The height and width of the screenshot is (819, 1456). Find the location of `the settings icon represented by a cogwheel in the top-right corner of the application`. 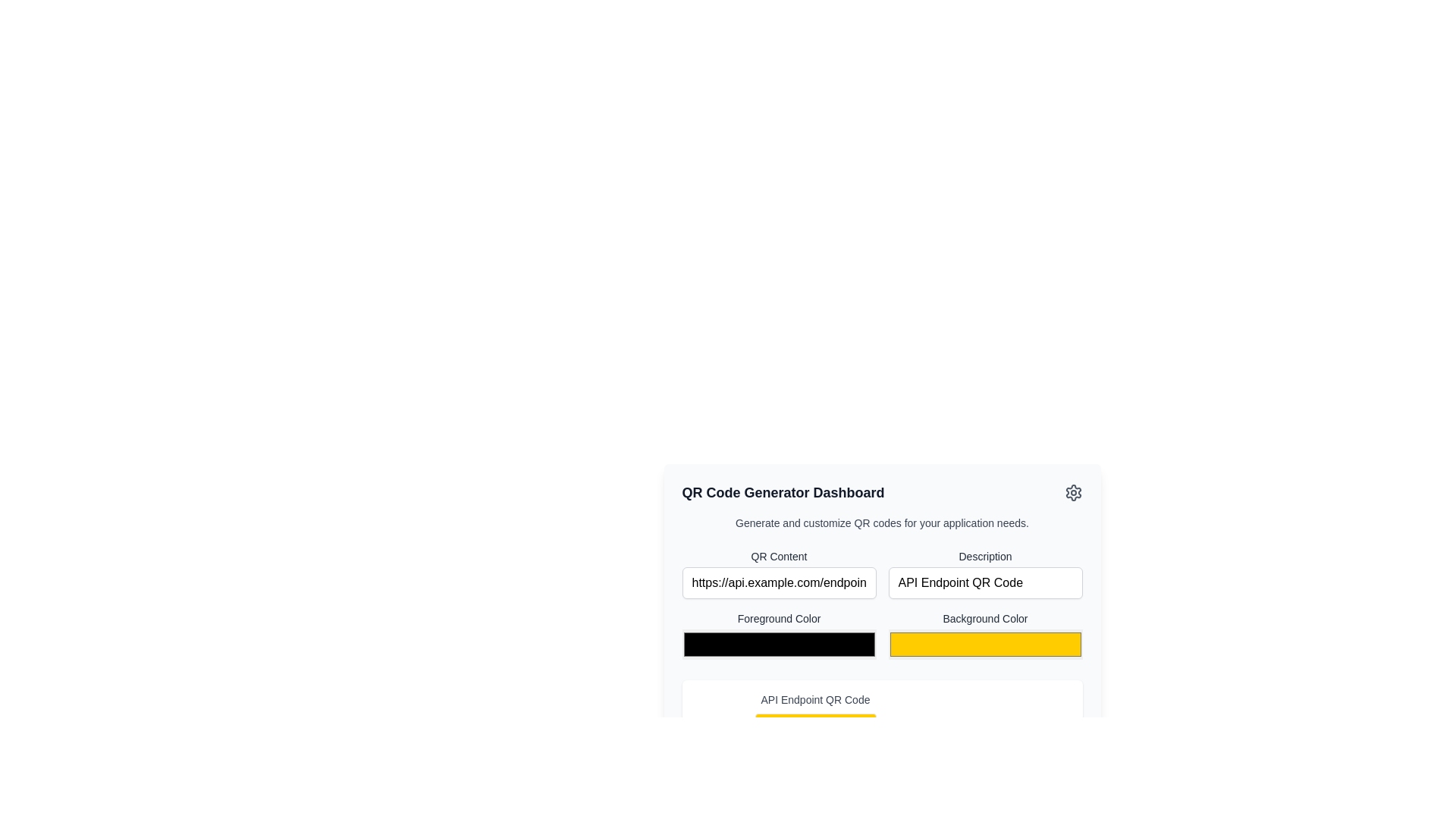

the settings icon represented by a cogwheel in the top-right corner of the application is located at coordinates (1072, 493).